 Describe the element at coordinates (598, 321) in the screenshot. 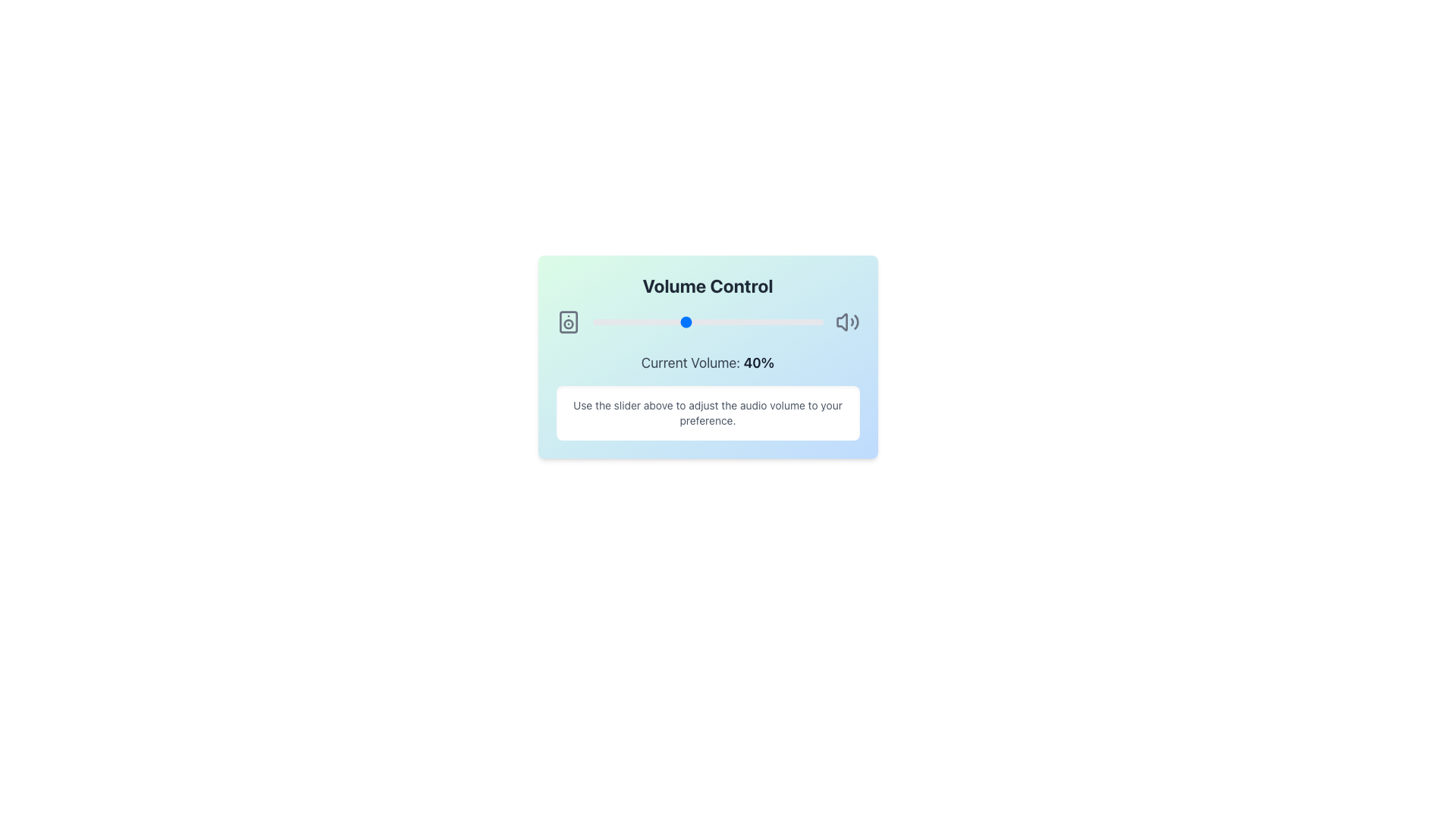

I see `the volume level` at that location.